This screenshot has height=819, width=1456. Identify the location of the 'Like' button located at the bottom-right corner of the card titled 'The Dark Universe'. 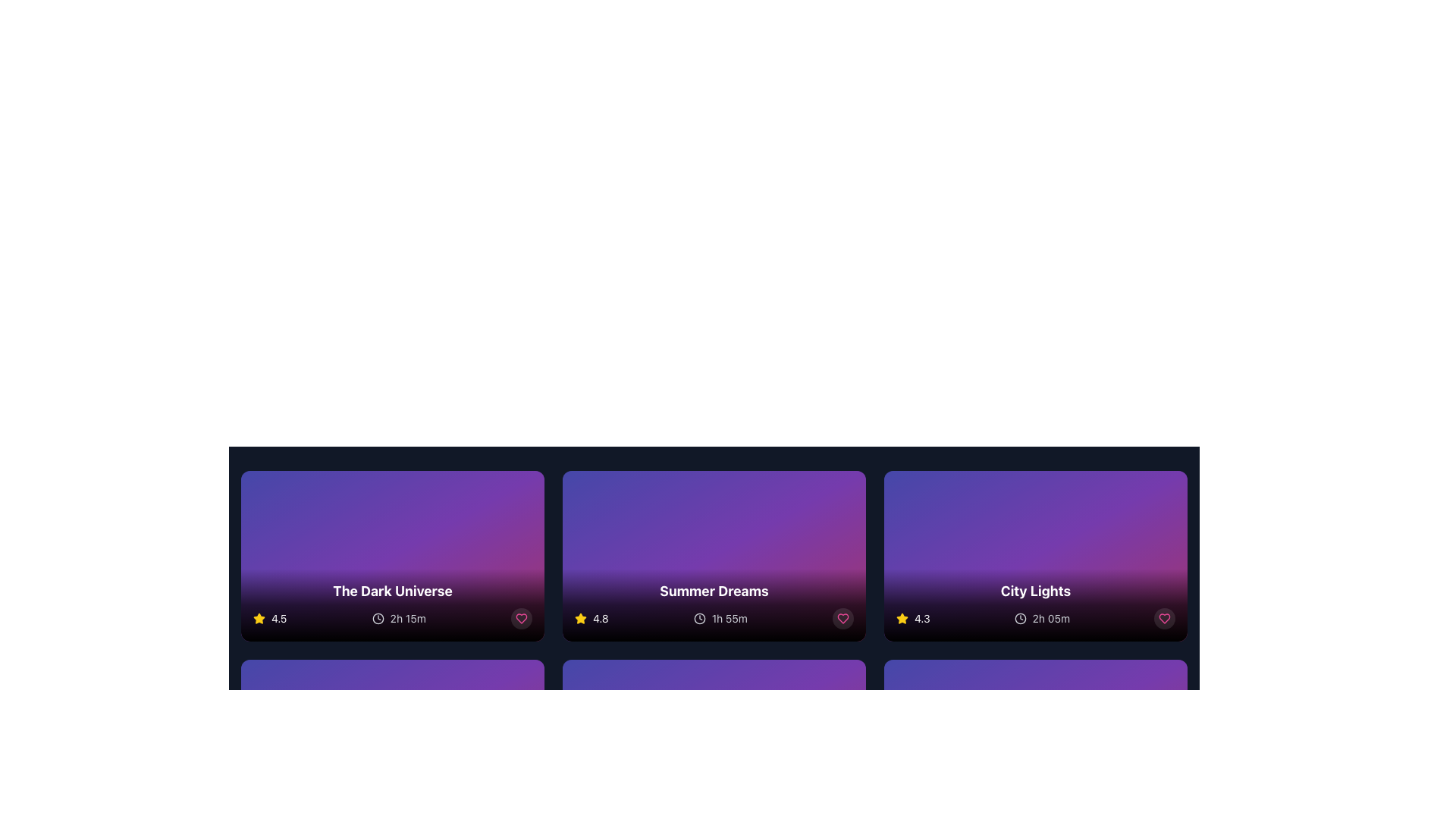
(521, 619).